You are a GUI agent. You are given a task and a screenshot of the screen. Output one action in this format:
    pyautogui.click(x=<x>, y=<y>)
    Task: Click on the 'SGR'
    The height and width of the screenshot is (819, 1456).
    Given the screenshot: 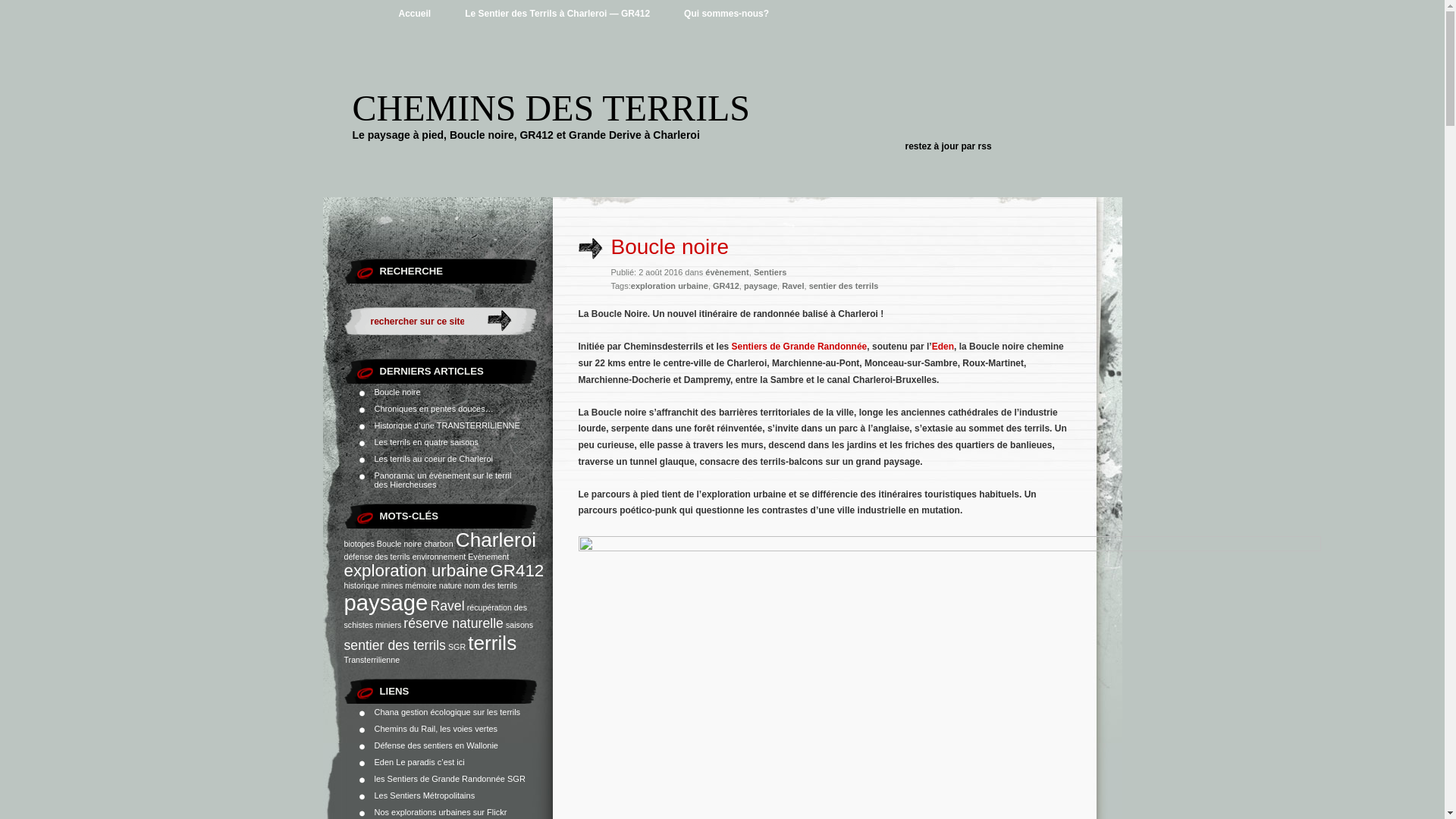 What is the action you would take?
    pyautogui.click(x=447, y=646)
    